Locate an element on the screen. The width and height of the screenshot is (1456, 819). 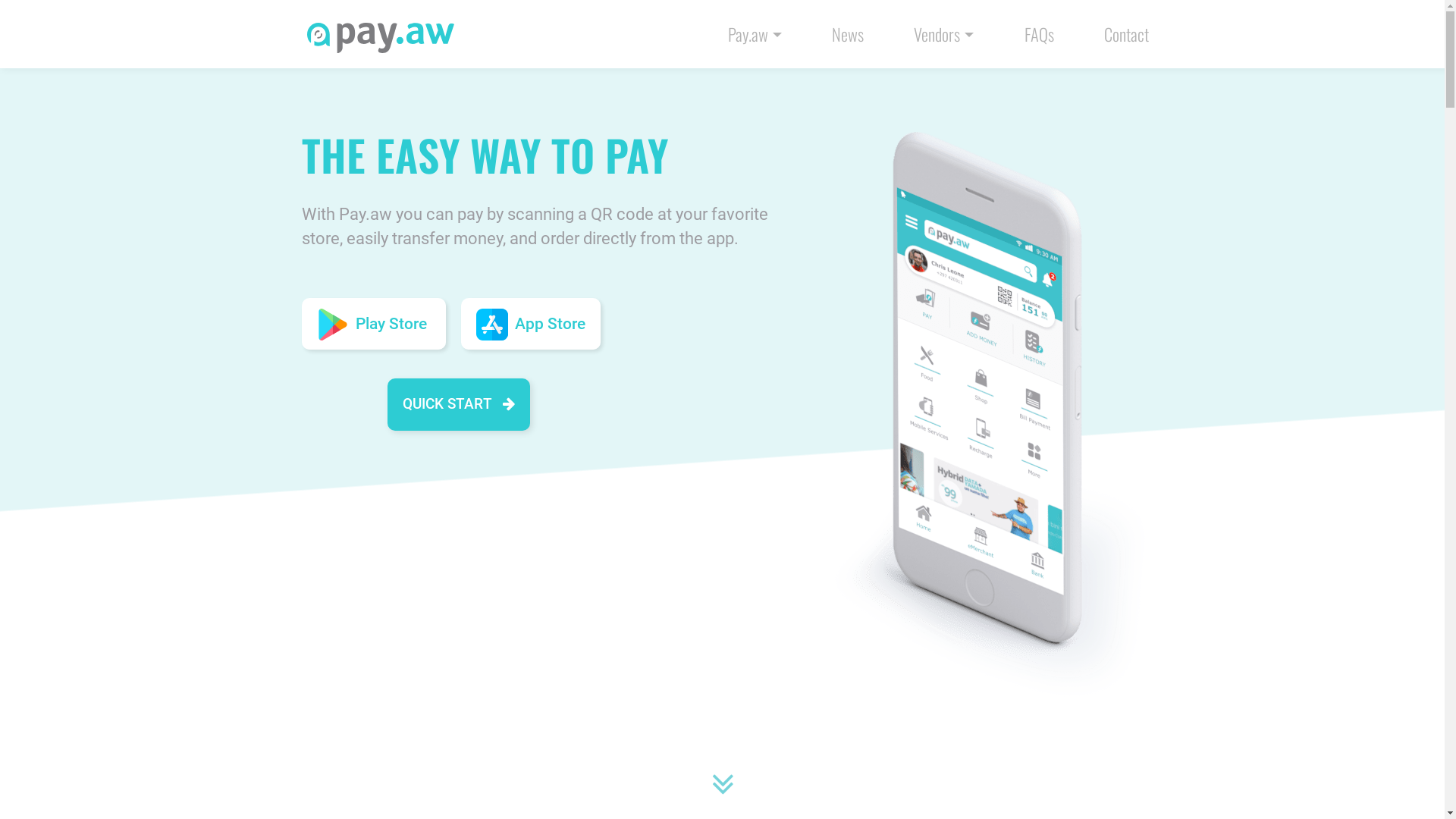
'Pay.aw' is located at coordinates (755, 33).